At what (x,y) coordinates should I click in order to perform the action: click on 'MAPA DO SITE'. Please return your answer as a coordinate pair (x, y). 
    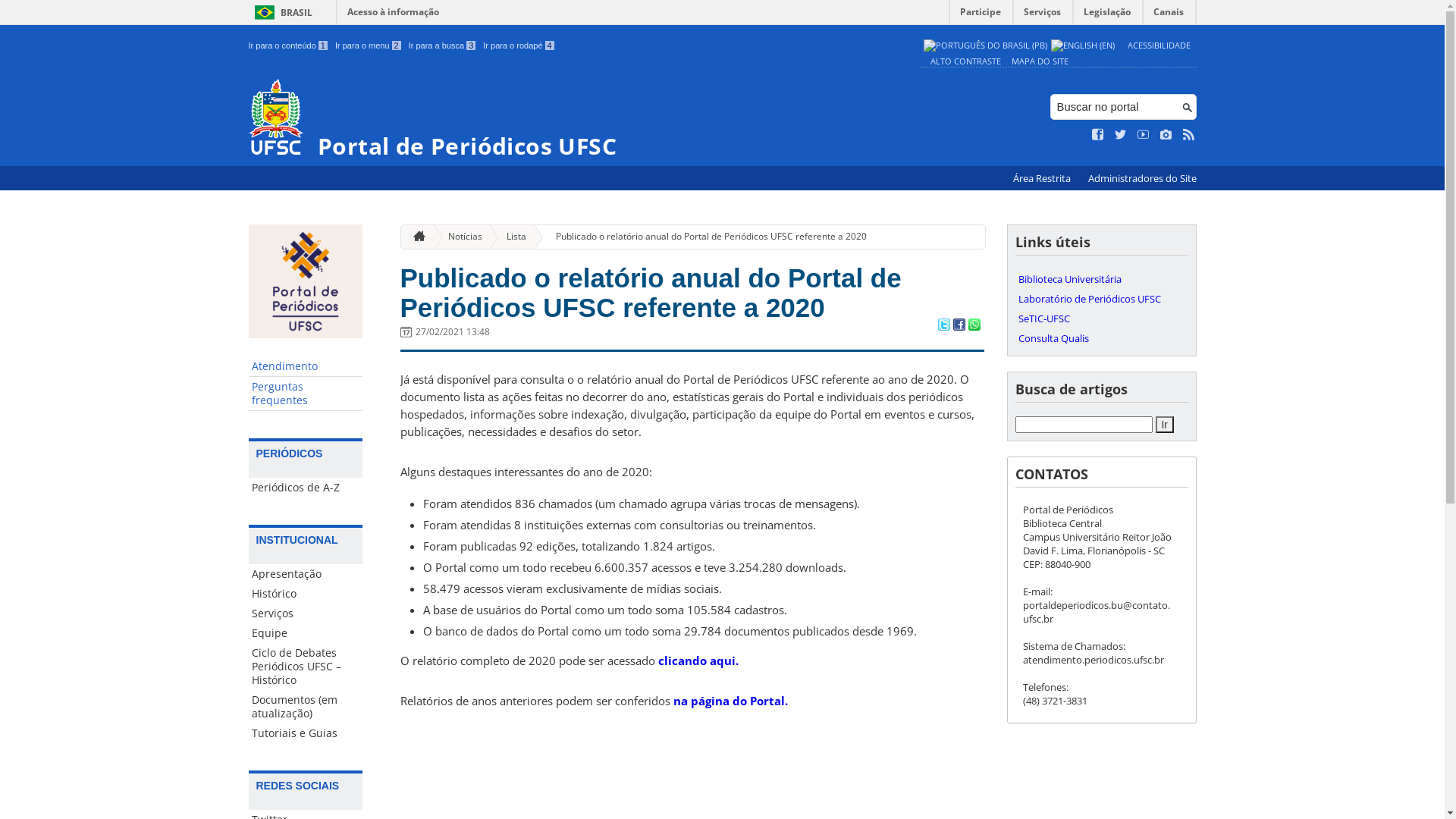
    Looking at the image, I should click on (1039, 60).